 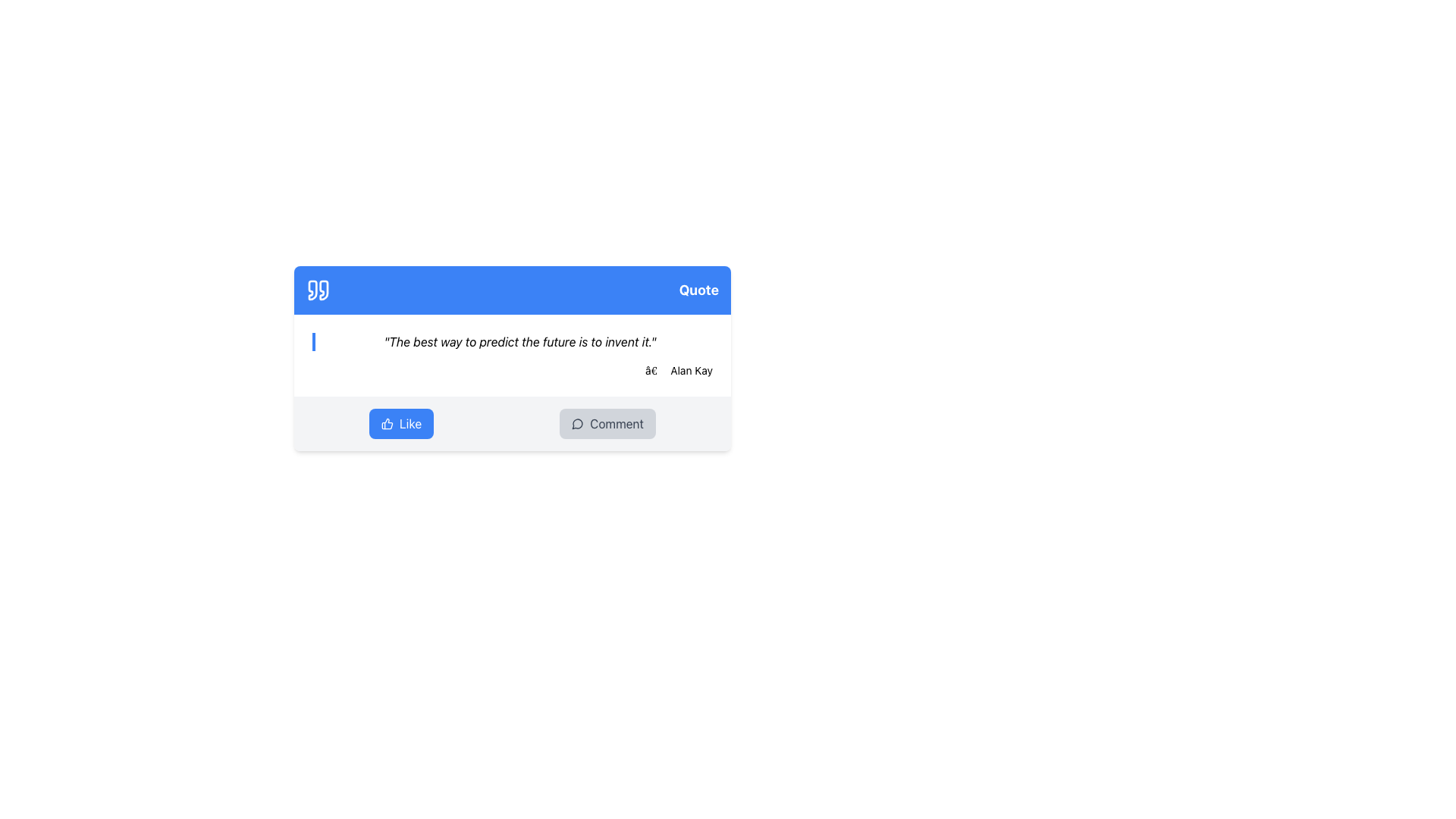 What do you see at coordinates (323, 290) in the screenshot?
I see `the second quotation mark icon located at the top-left of the card header, which serves as a decorative element in a set of two quotation marks` at bounding box center [323, 290].